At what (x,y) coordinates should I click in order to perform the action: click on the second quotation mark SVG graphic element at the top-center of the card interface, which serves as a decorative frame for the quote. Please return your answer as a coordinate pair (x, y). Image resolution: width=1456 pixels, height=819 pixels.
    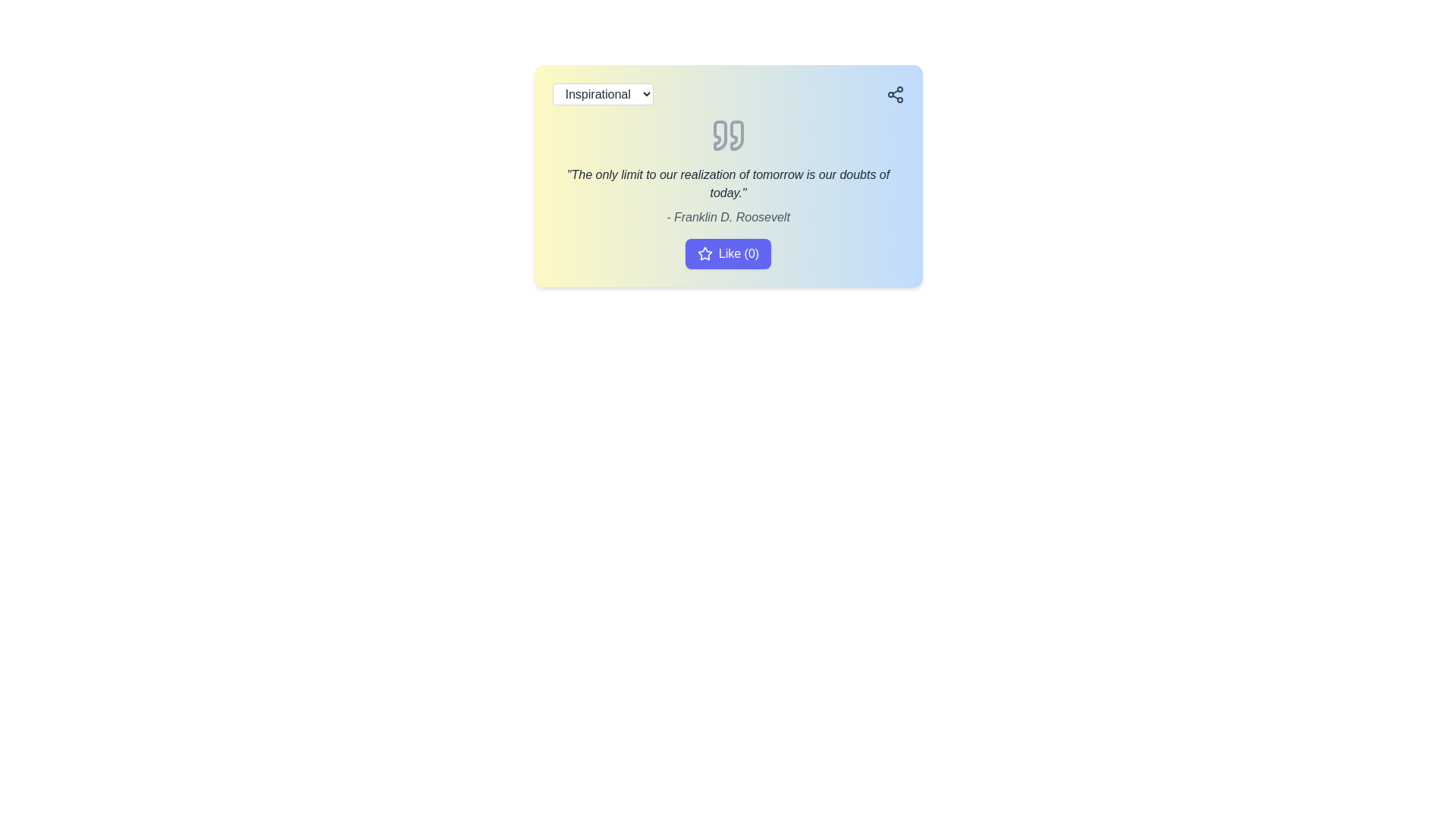
    Looking at the image, I should click on (736, 134).